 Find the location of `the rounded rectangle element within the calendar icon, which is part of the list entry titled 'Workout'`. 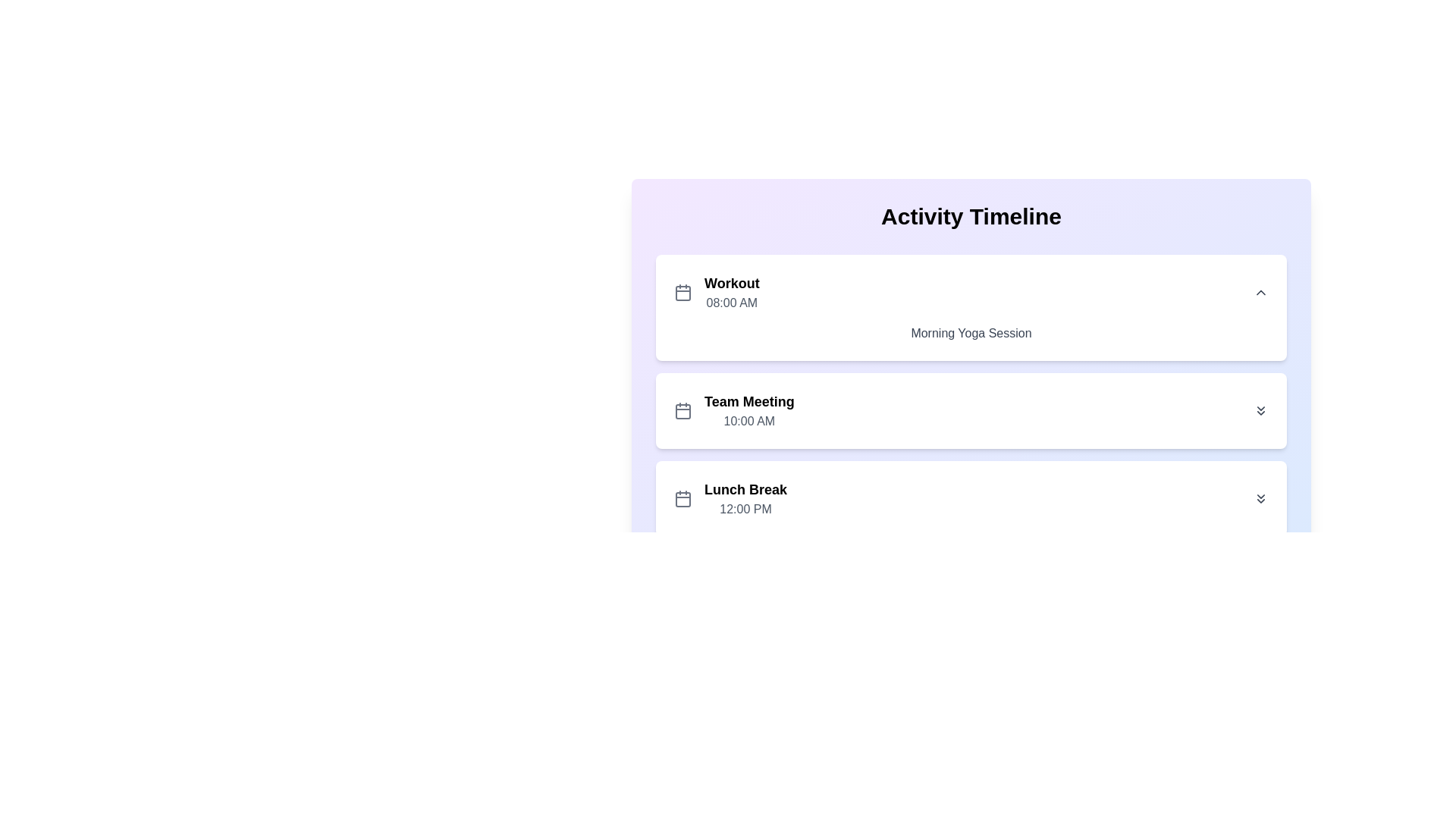

the rounded rectangle element within the calendar icon, which is part of the list entry titled 'Workout' is located at coordinates (682, 293).